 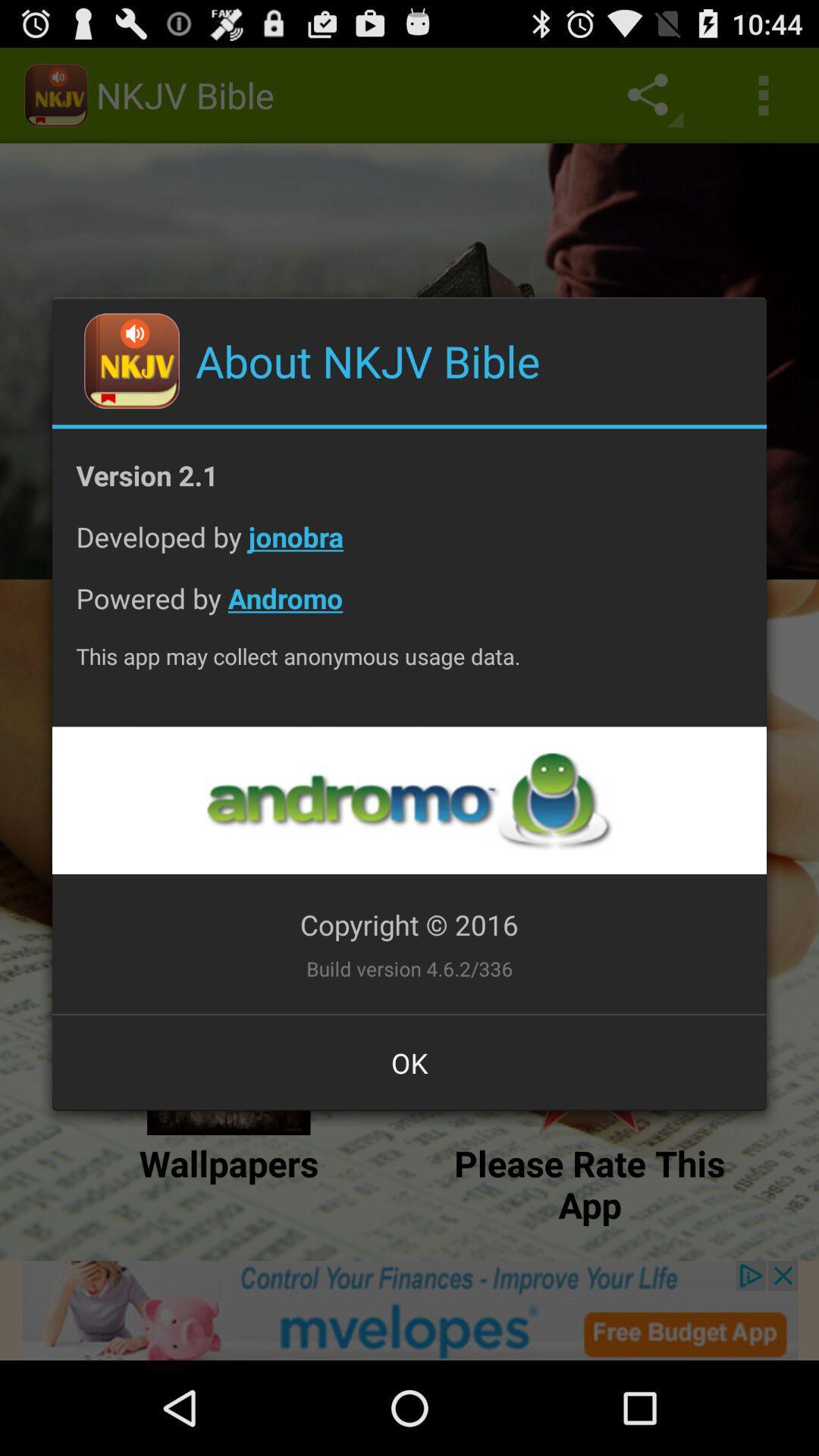 What do you see at coordinates (409, 610) in the screenshot?
I see `the item below developed by jonobra app` at bounding box center [409, 610].